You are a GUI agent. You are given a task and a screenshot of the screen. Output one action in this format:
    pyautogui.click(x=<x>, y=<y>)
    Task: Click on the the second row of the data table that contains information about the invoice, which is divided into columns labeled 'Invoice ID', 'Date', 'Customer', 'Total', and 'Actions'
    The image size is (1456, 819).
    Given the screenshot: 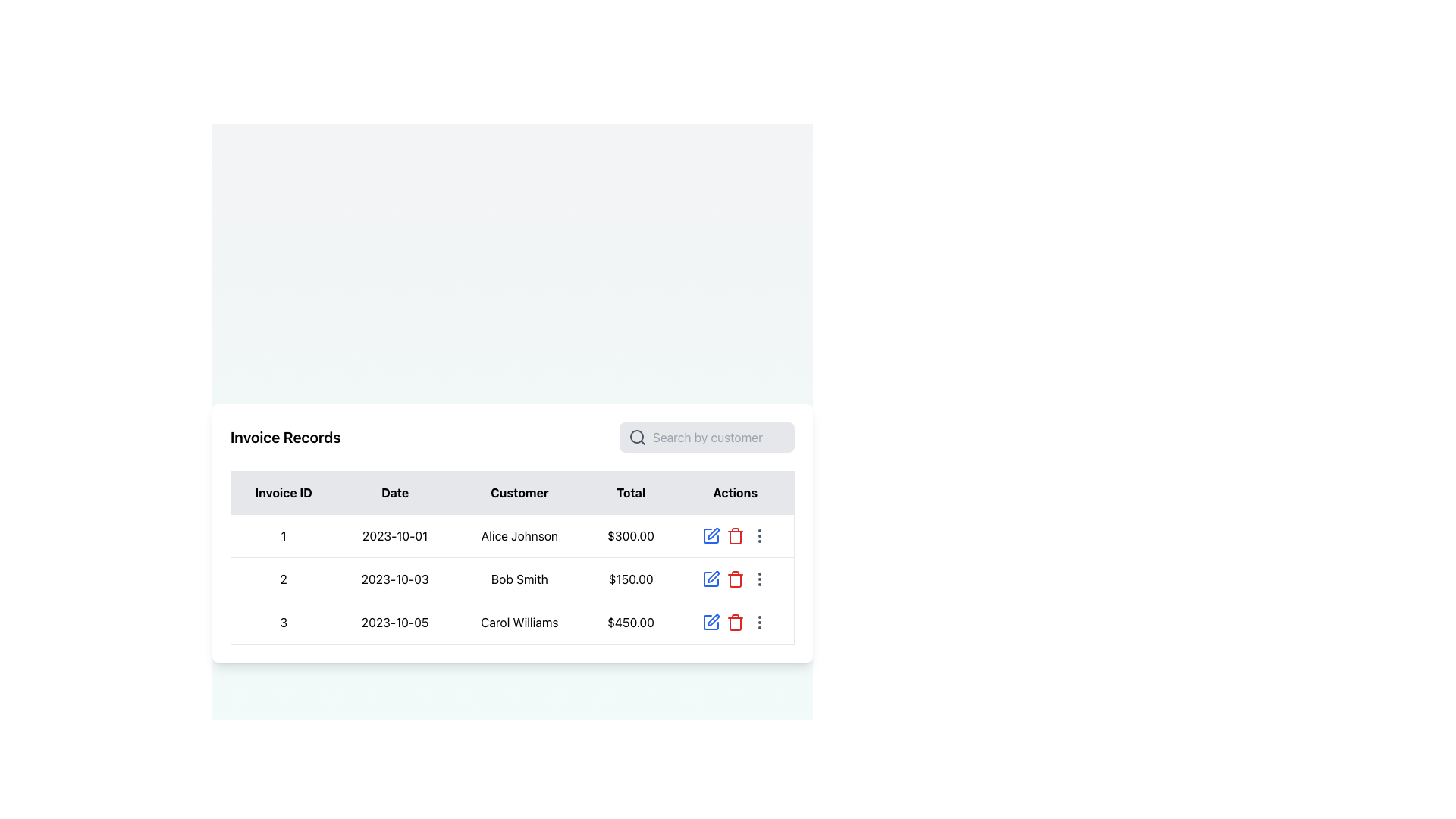 What is the action you would take?
    pyautogui.click(x=513, y=579)
    